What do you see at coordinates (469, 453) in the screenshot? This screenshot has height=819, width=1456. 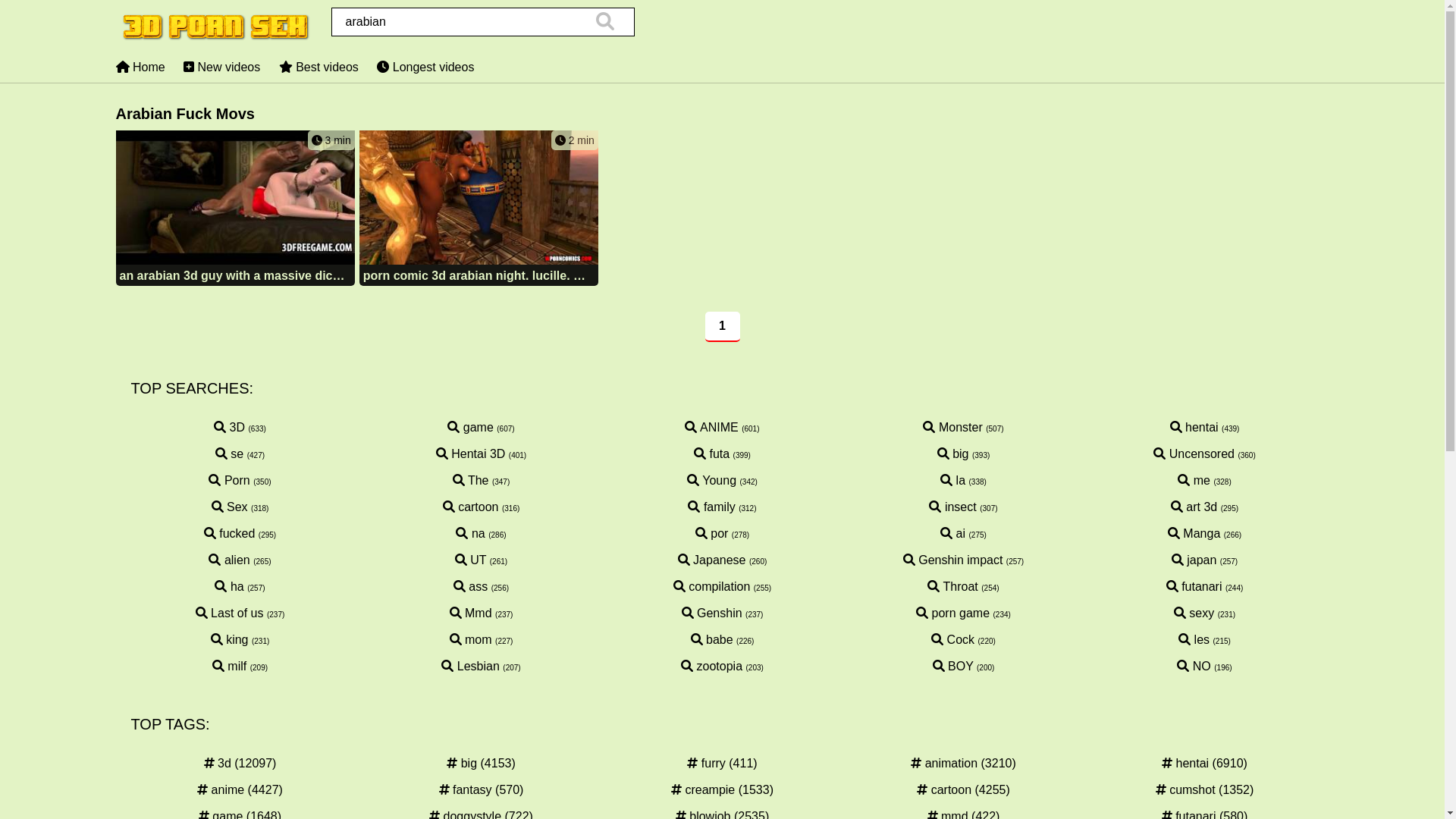 I see `'Hentai 3D'` at bounding box center [469, 453].